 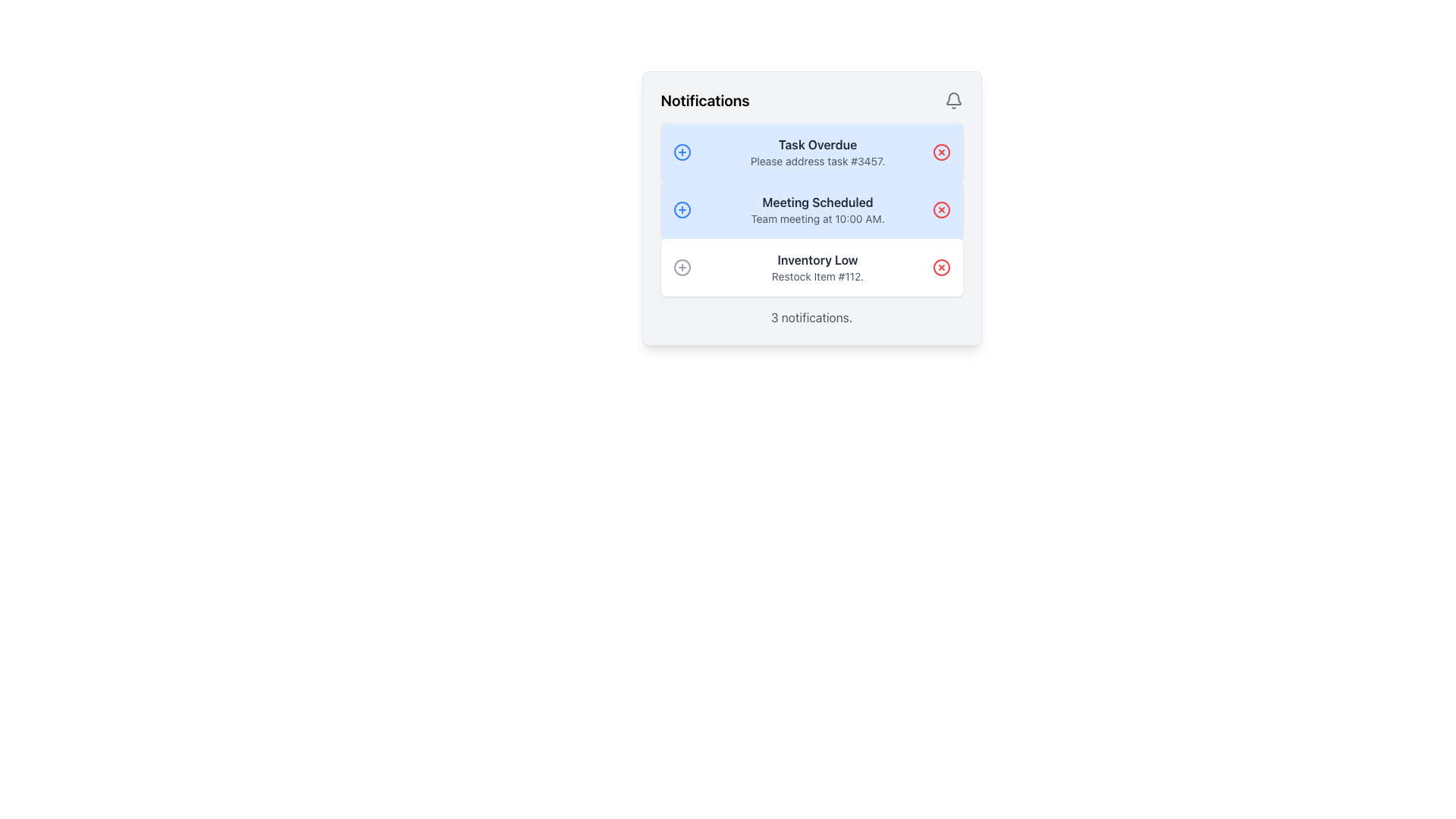 What do you see at coordinates (681, 152) in the screenshot?
I see `the circular graphic element within the notification card that symbolizes the status of the first notification entry, located to the left of the text 'Task Overdue'` at bounding box center [681, 152].